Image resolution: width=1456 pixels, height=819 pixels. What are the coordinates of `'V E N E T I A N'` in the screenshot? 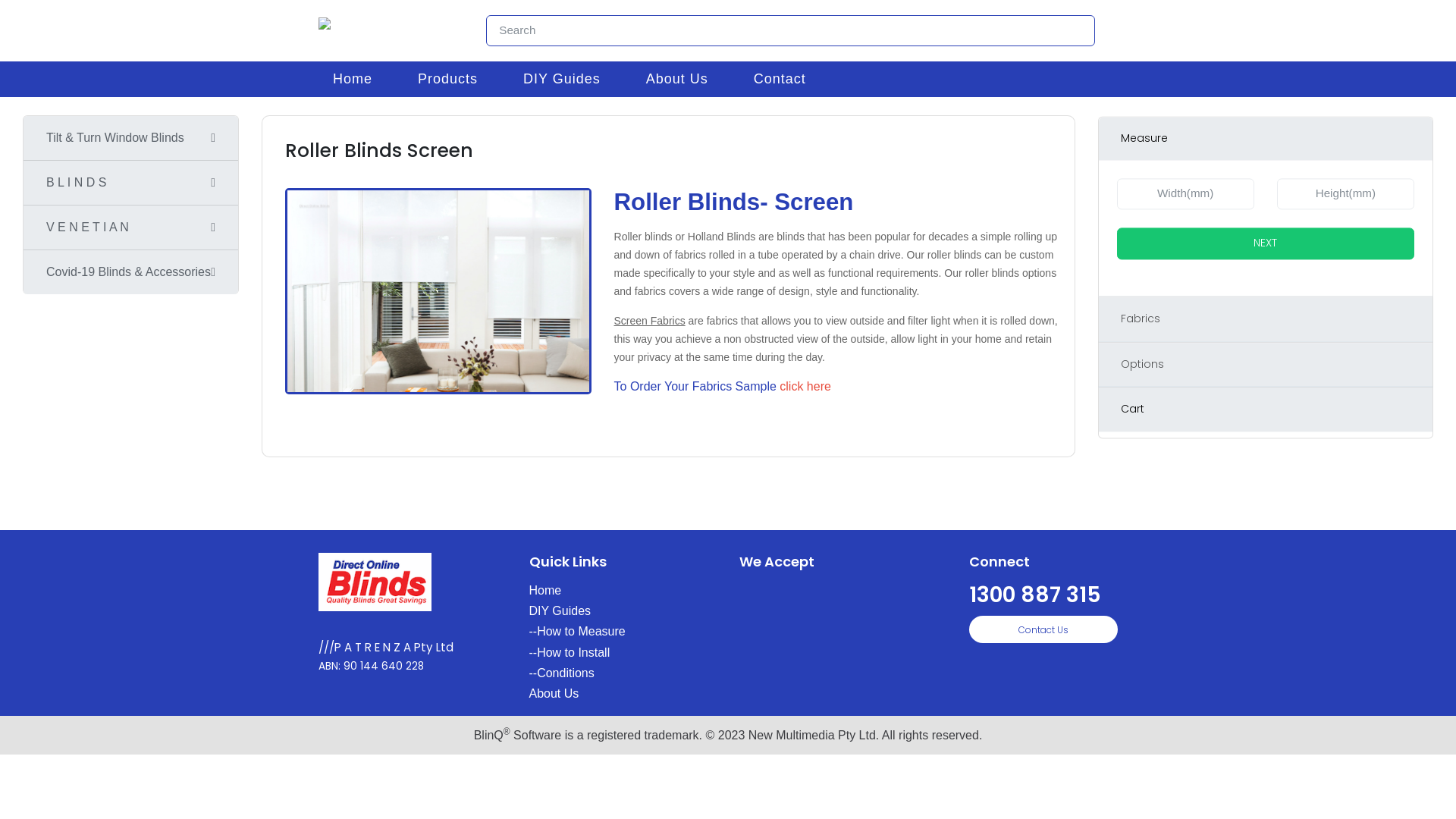 It's located at (46, 227).